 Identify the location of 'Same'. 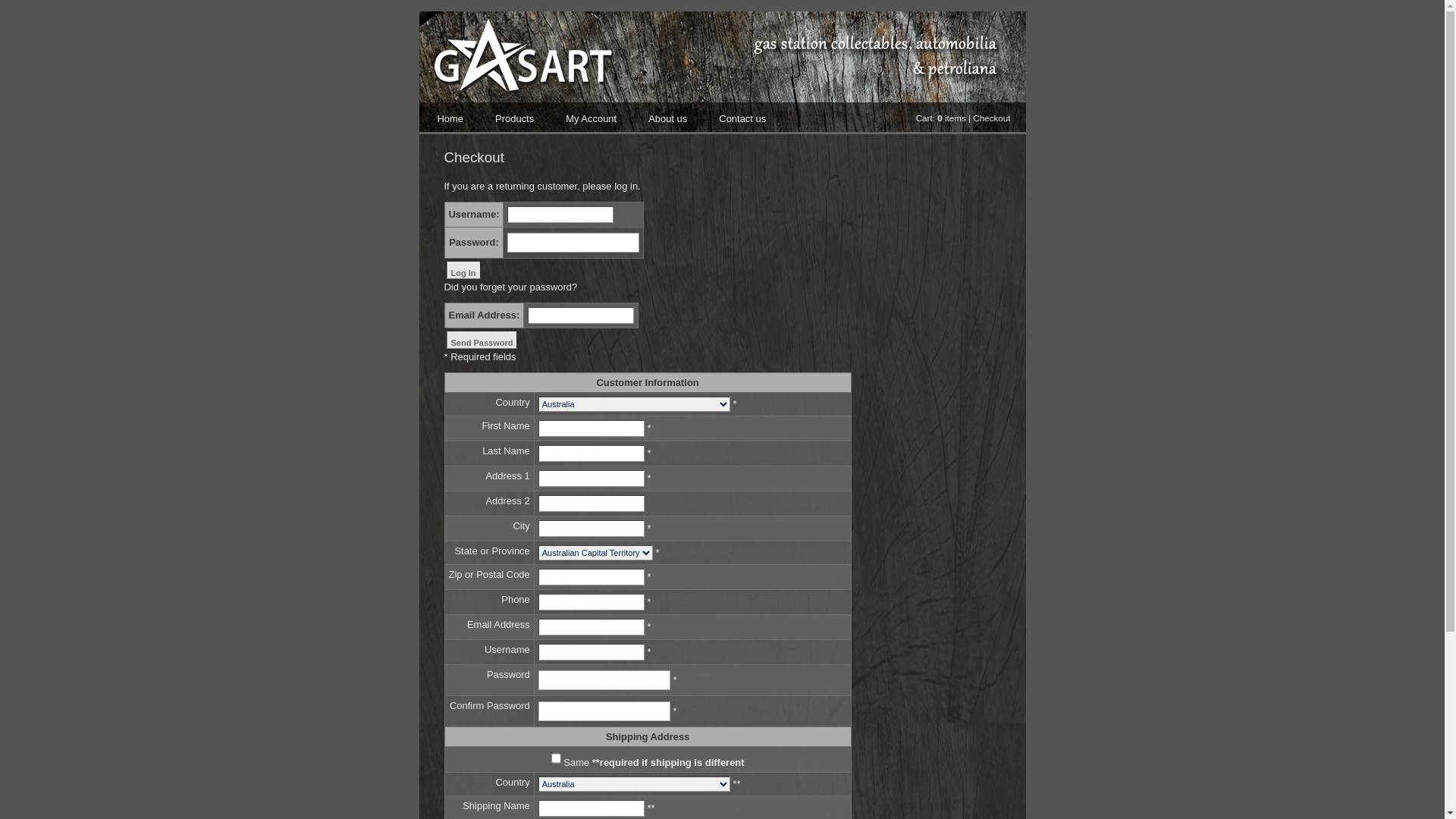
(555, 758).